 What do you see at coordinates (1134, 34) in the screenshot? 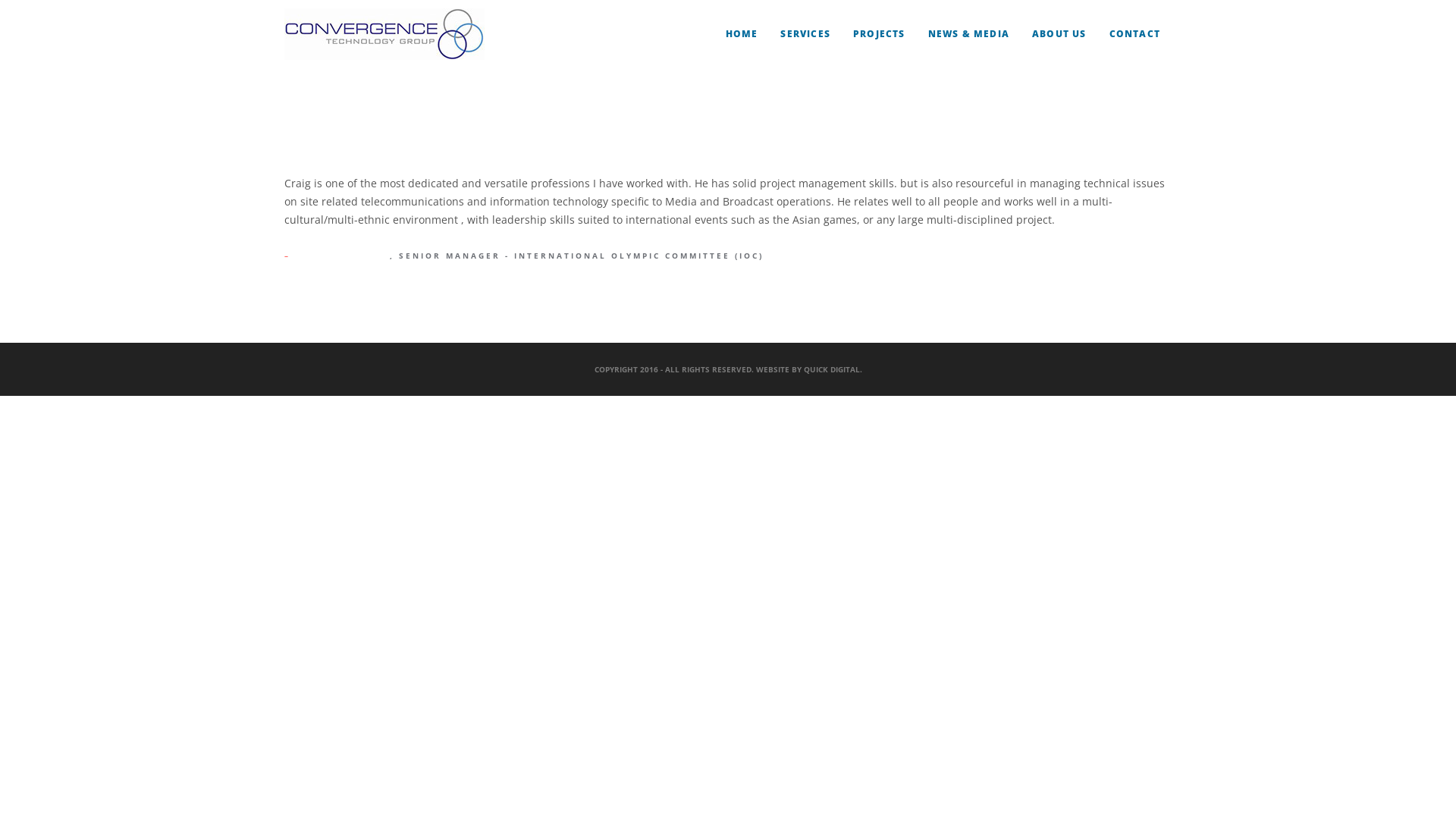
I see `'CONTACT'` at bounding box center [1134, 34].